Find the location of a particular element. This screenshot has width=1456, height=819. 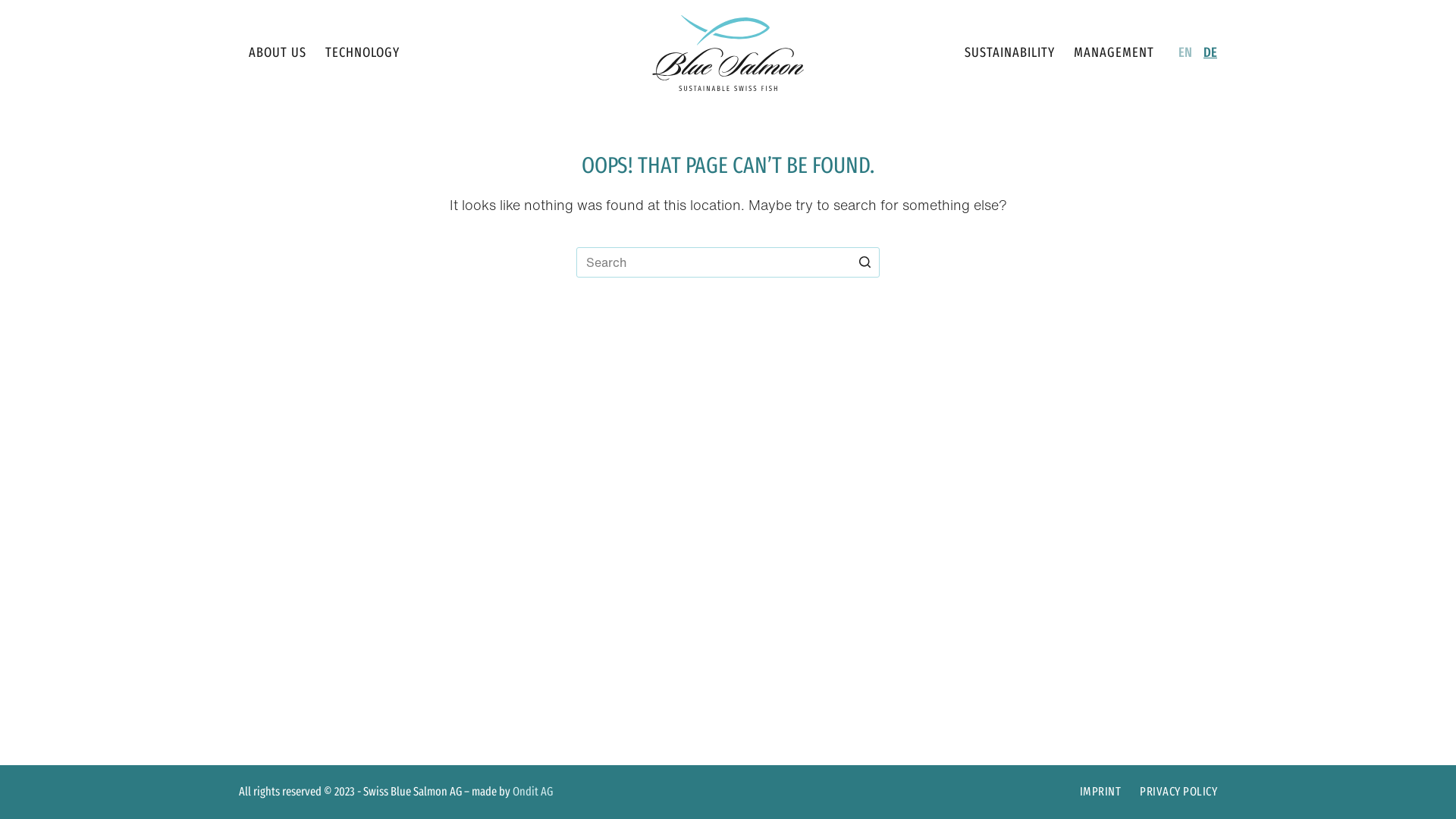

'ABOUT US' is located at coordinates (277, 52).